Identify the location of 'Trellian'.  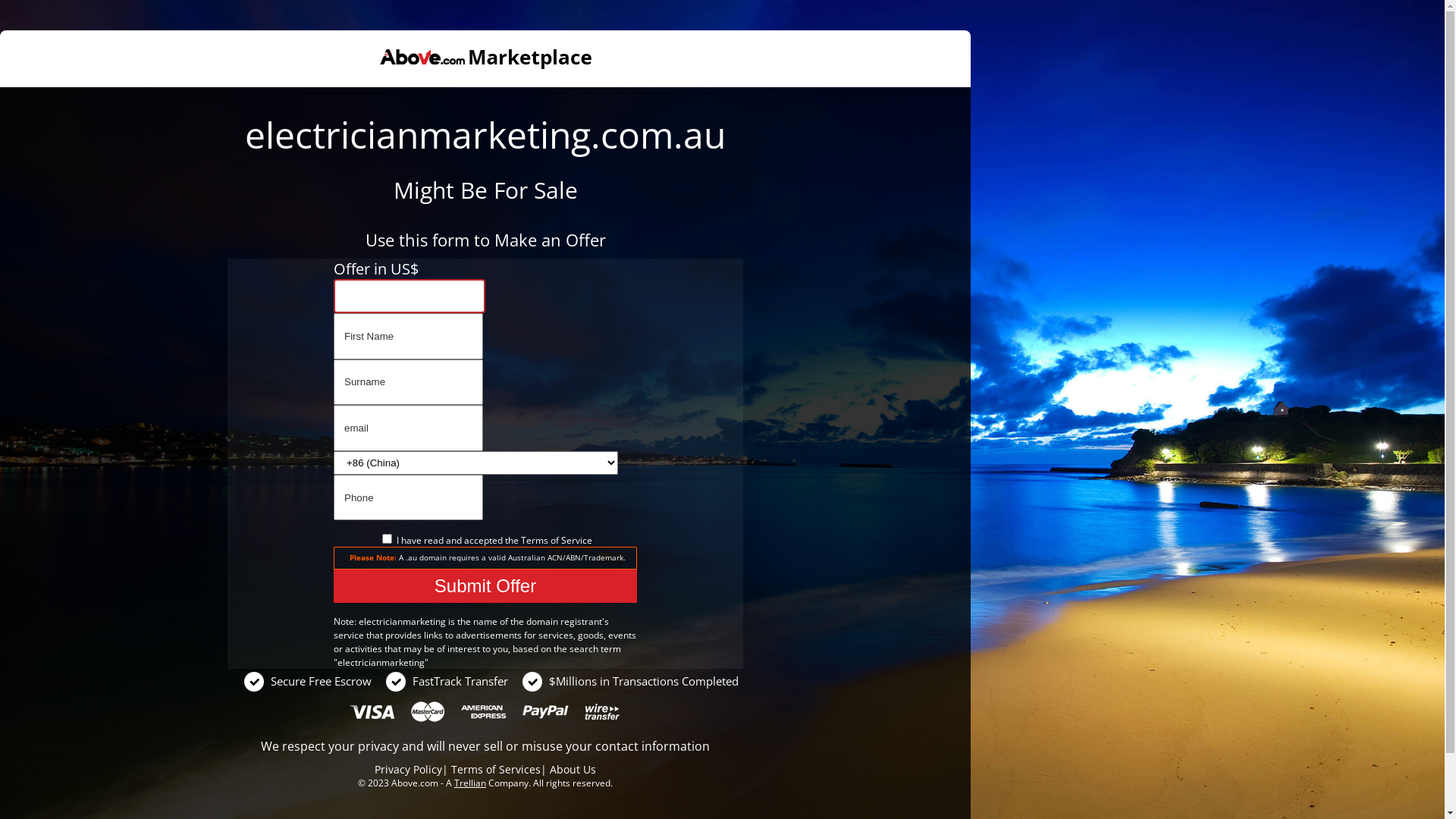
(469, 783).